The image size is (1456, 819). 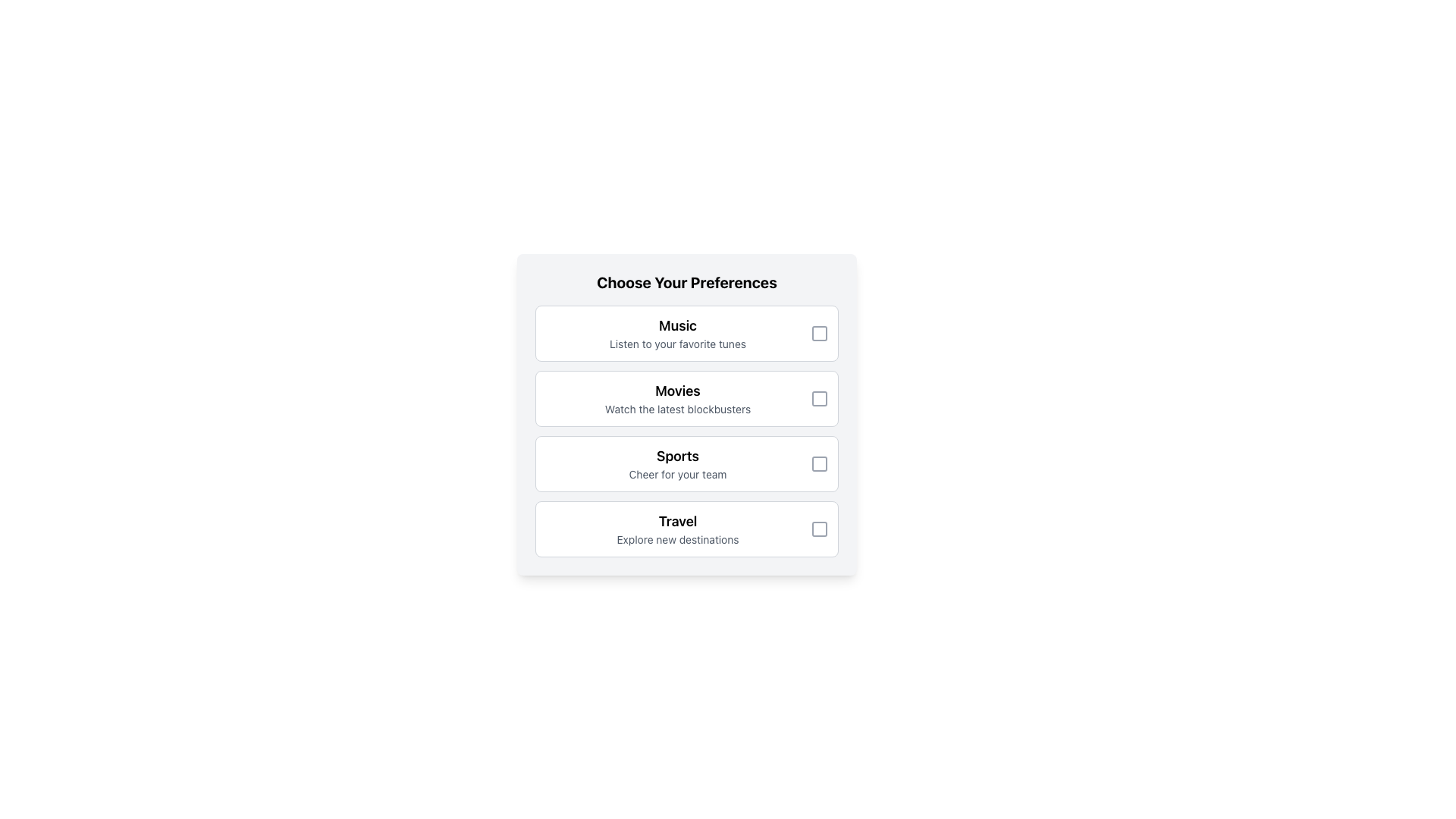 What do you see at coordinates (686, 529) in the screenshot?
I see `the 'Travel' option card with a checkbox` at bounding box center [686, 529].